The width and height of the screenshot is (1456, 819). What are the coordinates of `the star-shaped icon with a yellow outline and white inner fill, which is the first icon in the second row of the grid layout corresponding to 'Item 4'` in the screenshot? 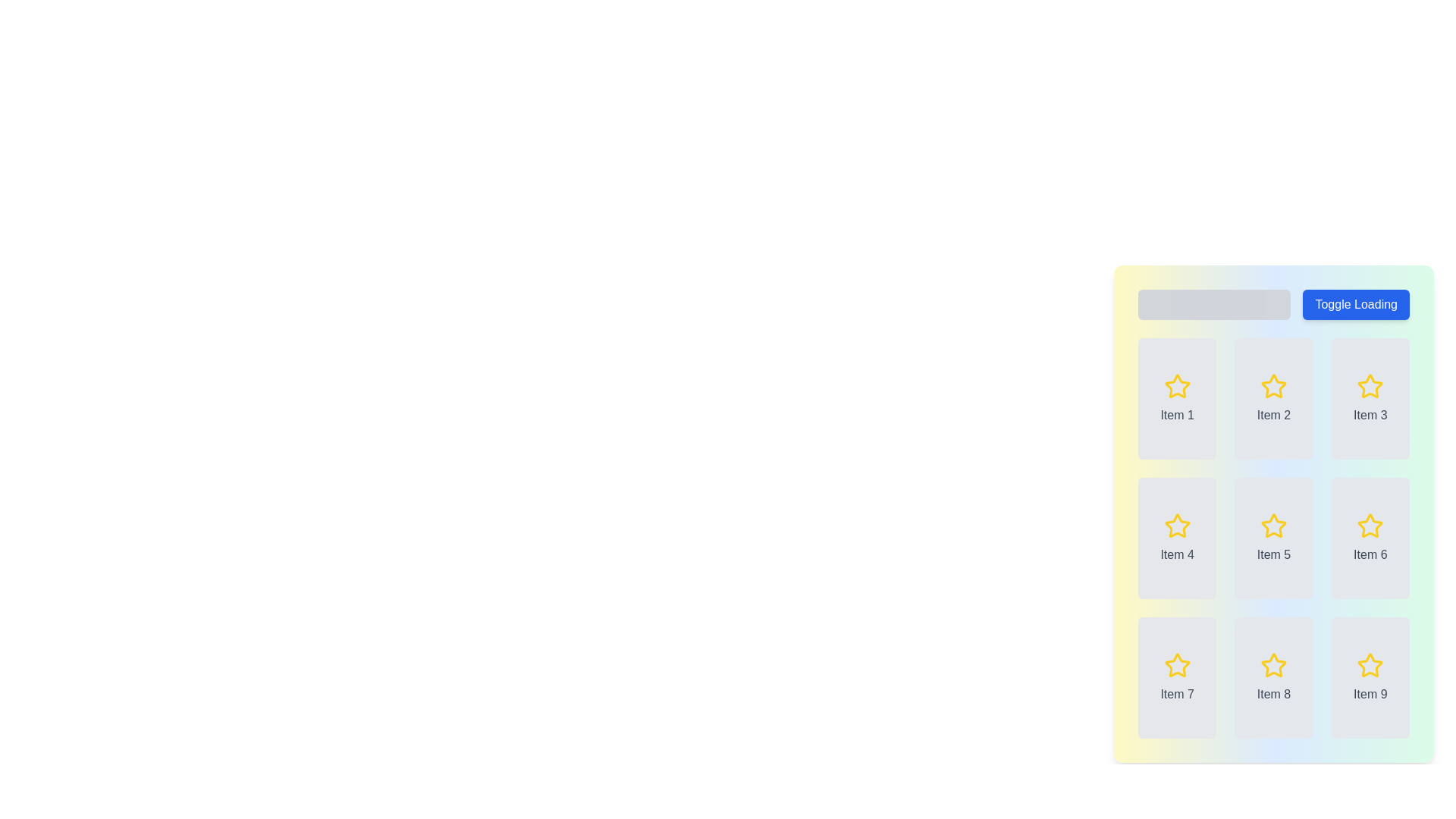 It's located at (1176, 525).